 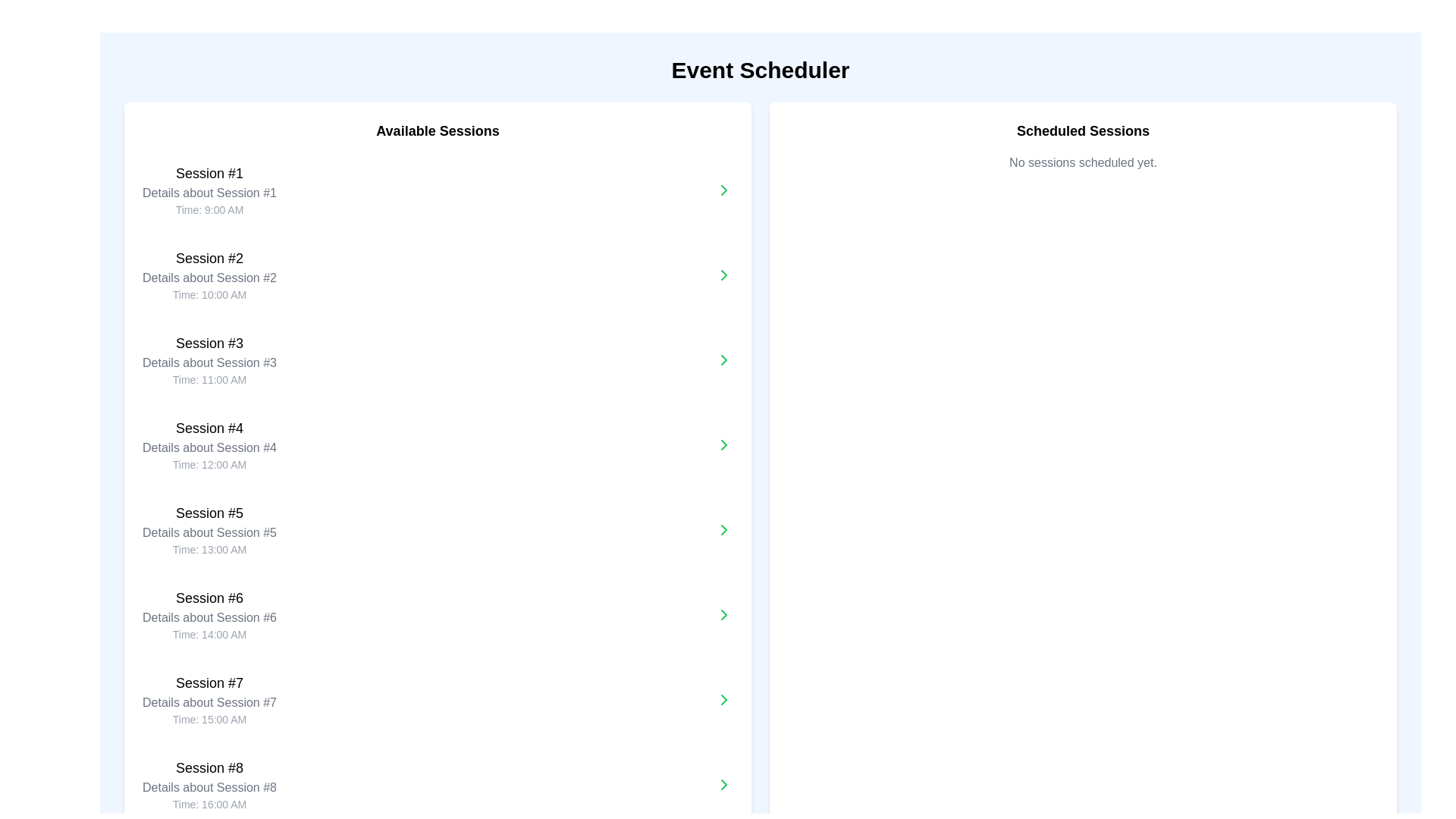 What do you see at coordinates (209, 702) in the screenshot?
I see `the Text Label that provides descriptive details about Session #7, located in the left column under the 'Available Sessions' header` at bounding box center [209, 702].